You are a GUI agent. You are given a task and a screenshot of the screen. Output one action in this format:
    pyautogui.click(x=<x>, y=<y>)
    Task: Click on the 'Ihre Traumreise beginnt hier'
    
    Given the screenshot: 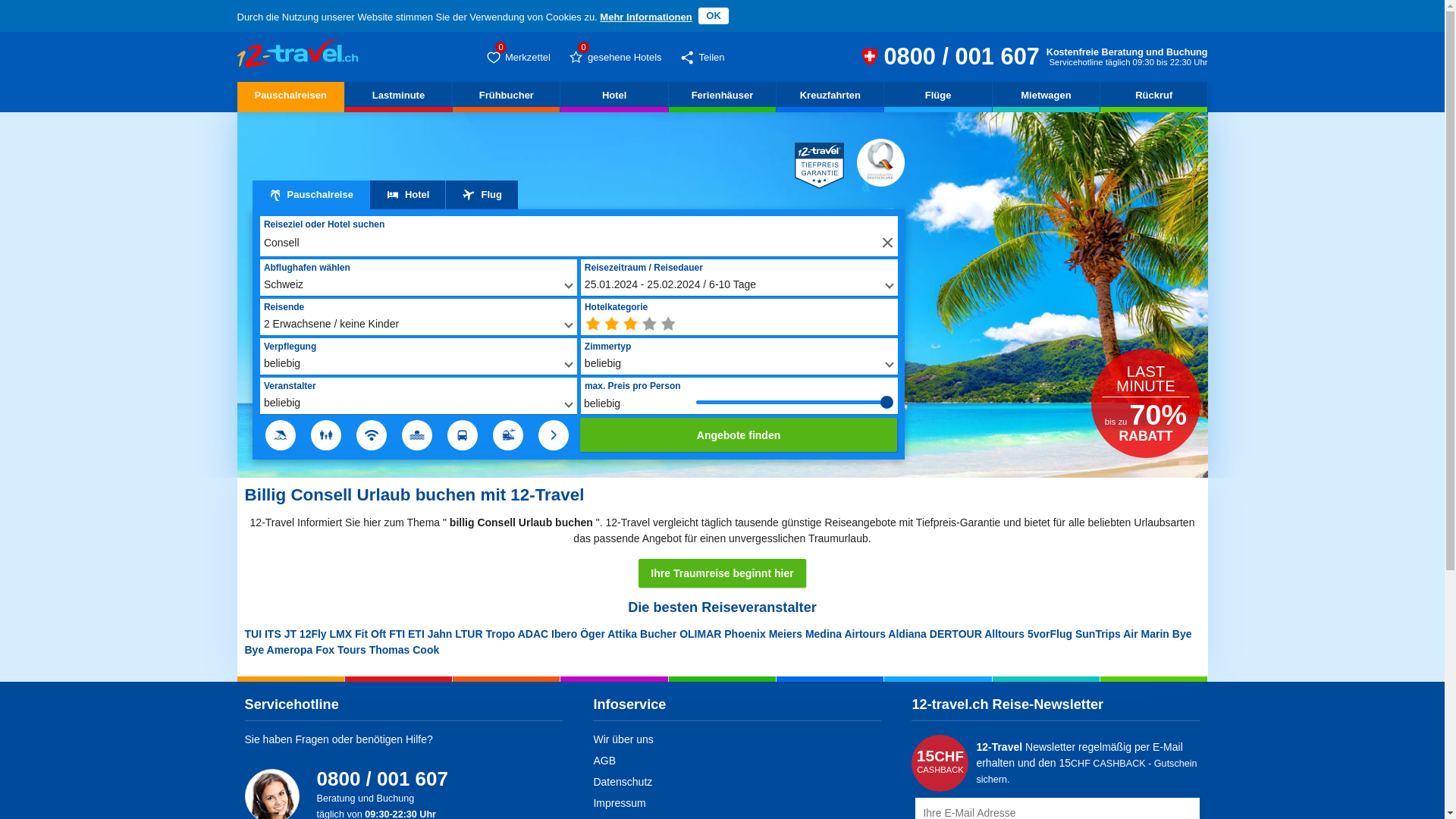 What is the action you would take?
    pyautogui.click(x=720, y=573)
    